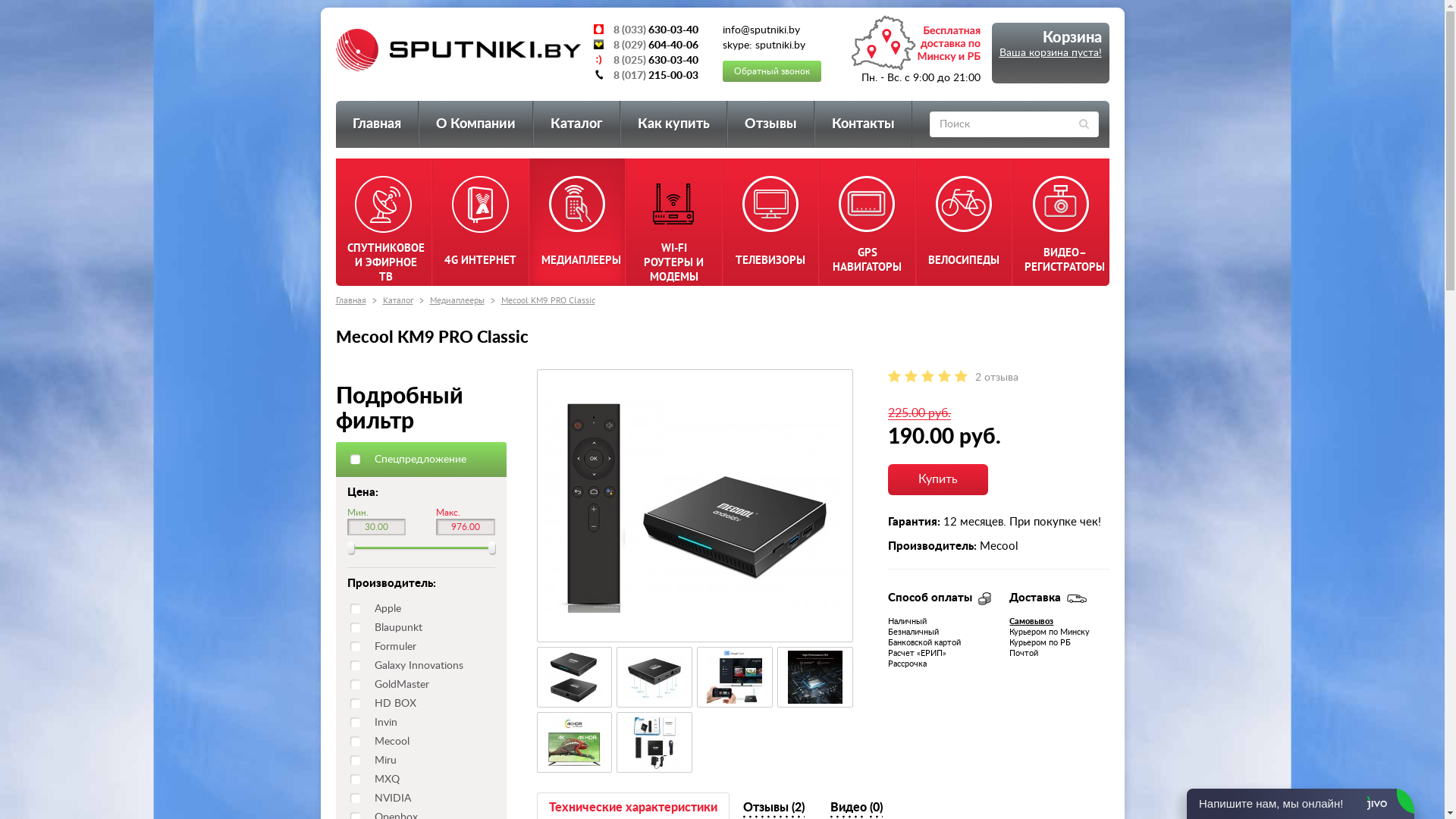 The height and width of the screenshot is (819, 1456). I want to click on 'Mecool KM9 PRO Classic', so click(704, 676).